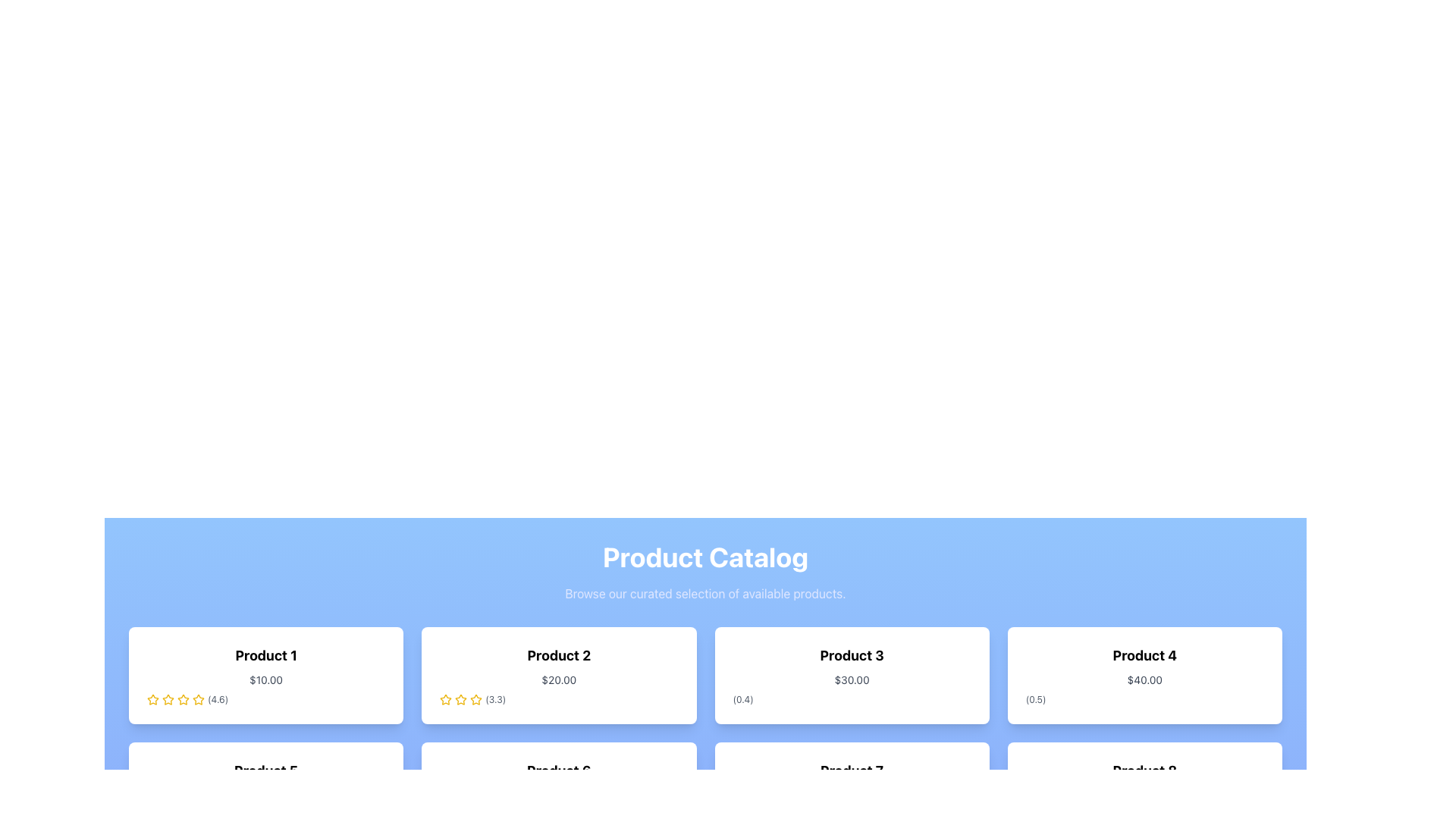 The height and width of the screenshot is (819, 1456). I want to click on bold black text label 'Product 4' located at the top of the fourth card in the first row of the product catalog, so click(1144, 654).